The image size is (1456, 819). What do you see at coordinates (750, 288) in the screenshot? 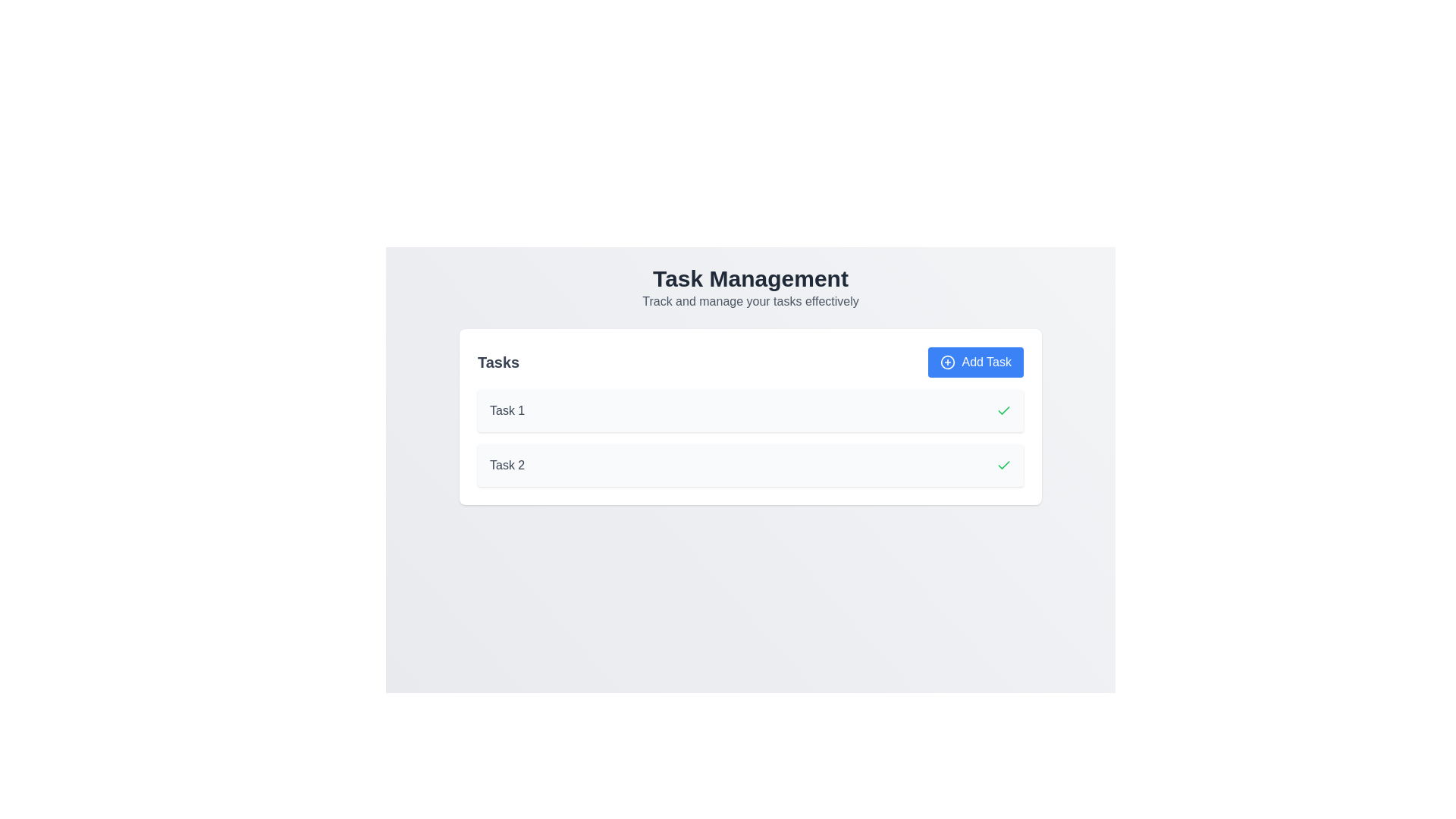
I see `the Text display element titled 'Task Management' with the subtitle 'Track and manage your tasks effectively', located at the top of the content area` at bounding box center [750, 288].